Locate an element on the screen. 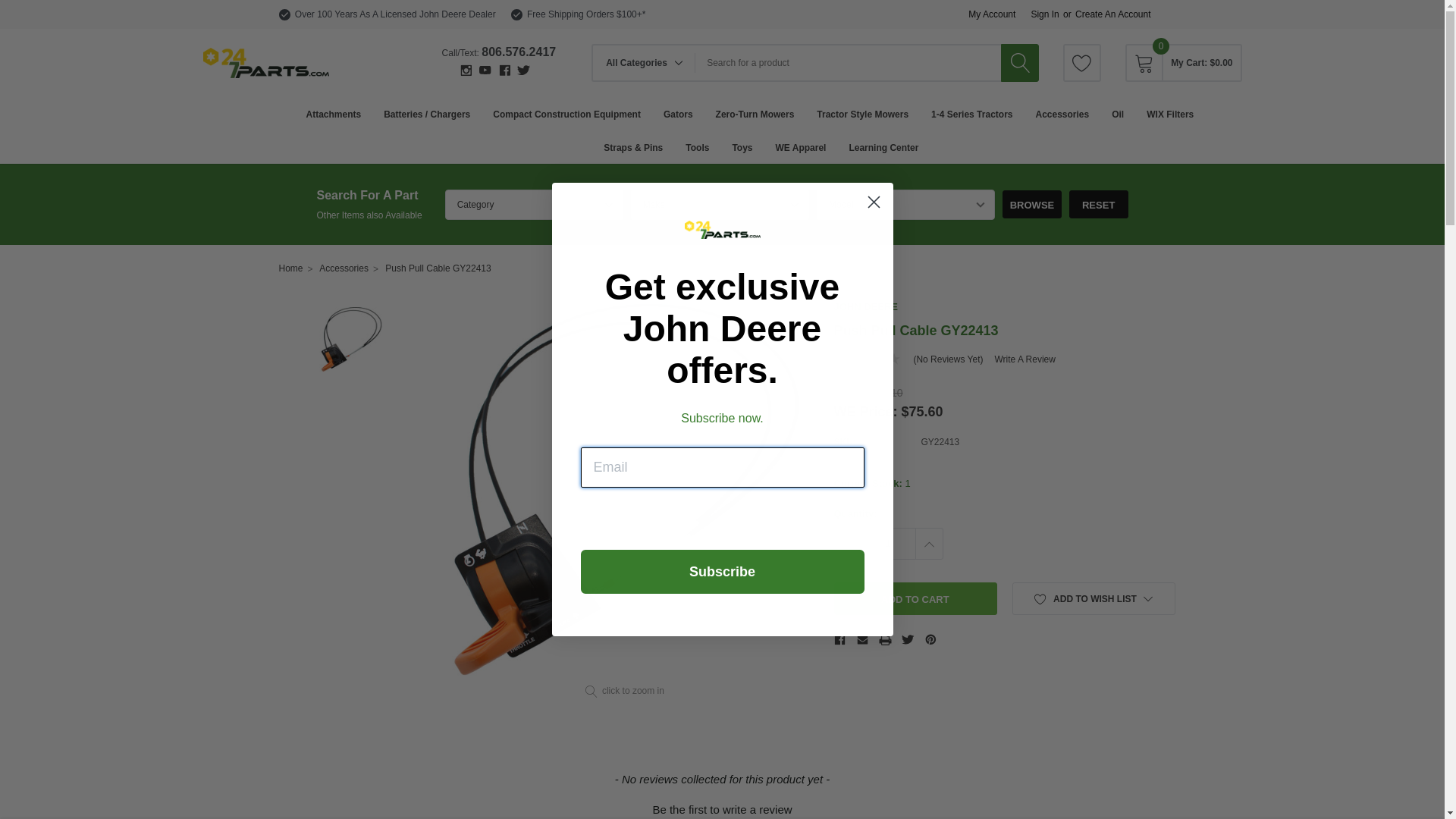 Image resolution: width=1456 pixels, height=819 pixels. 'Learning Center' is located at coordinates (883, 146).